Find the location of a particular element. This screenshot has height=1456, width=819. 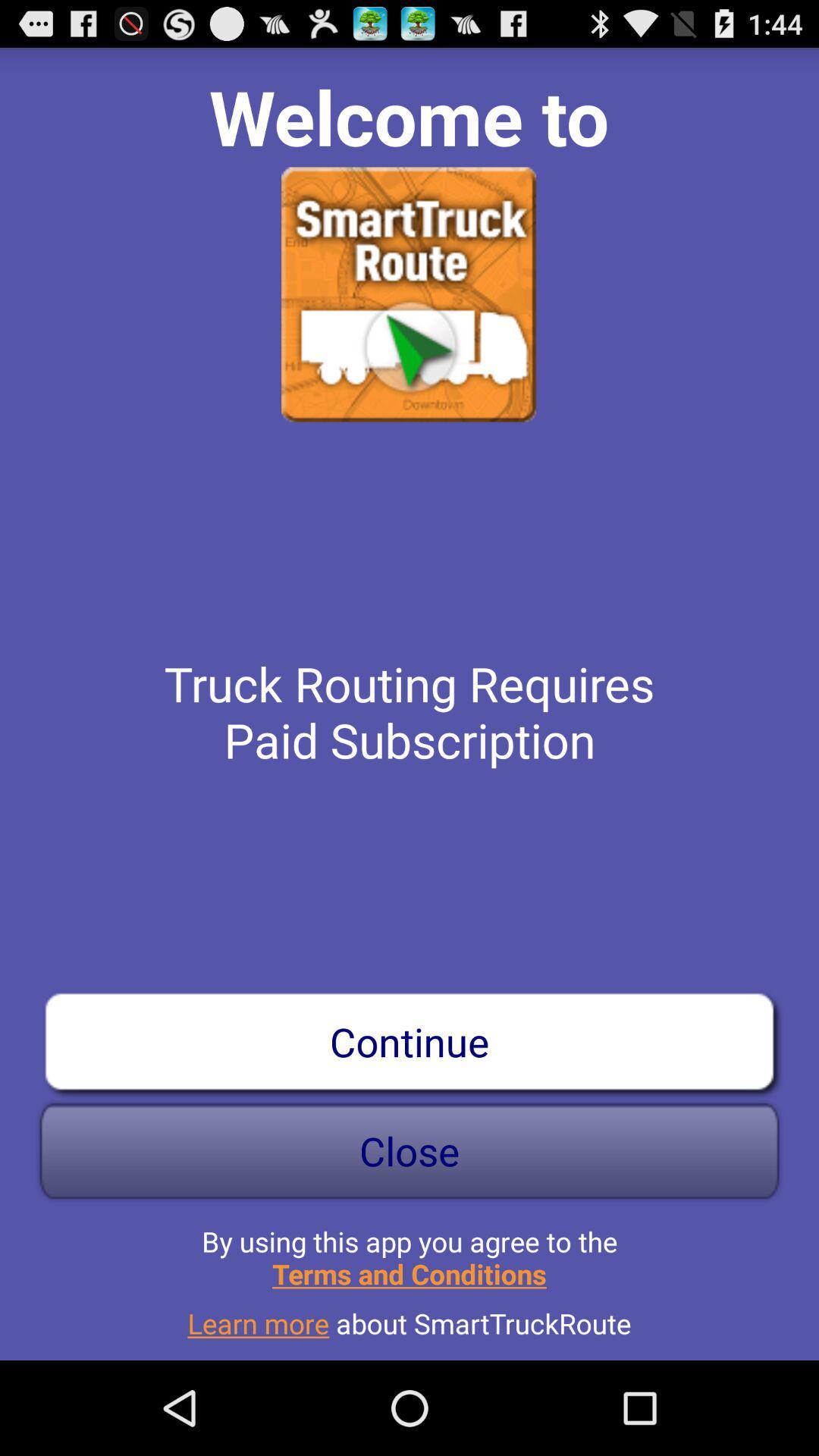

the by using this item is located at coordinates (409, 1251).